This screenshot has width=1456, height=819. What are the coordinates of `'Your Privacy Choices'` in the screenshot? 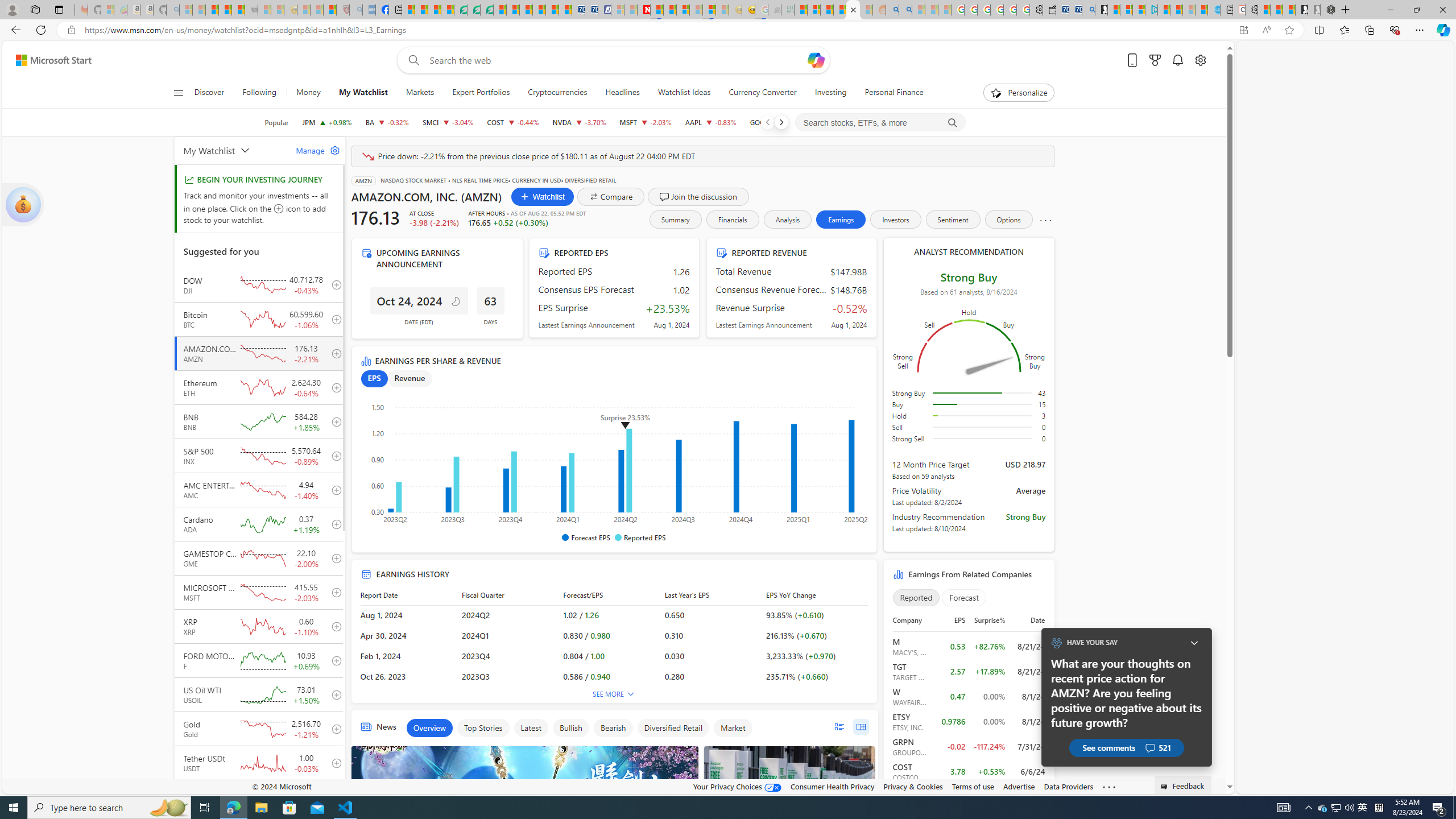 It's located at (737, 786).